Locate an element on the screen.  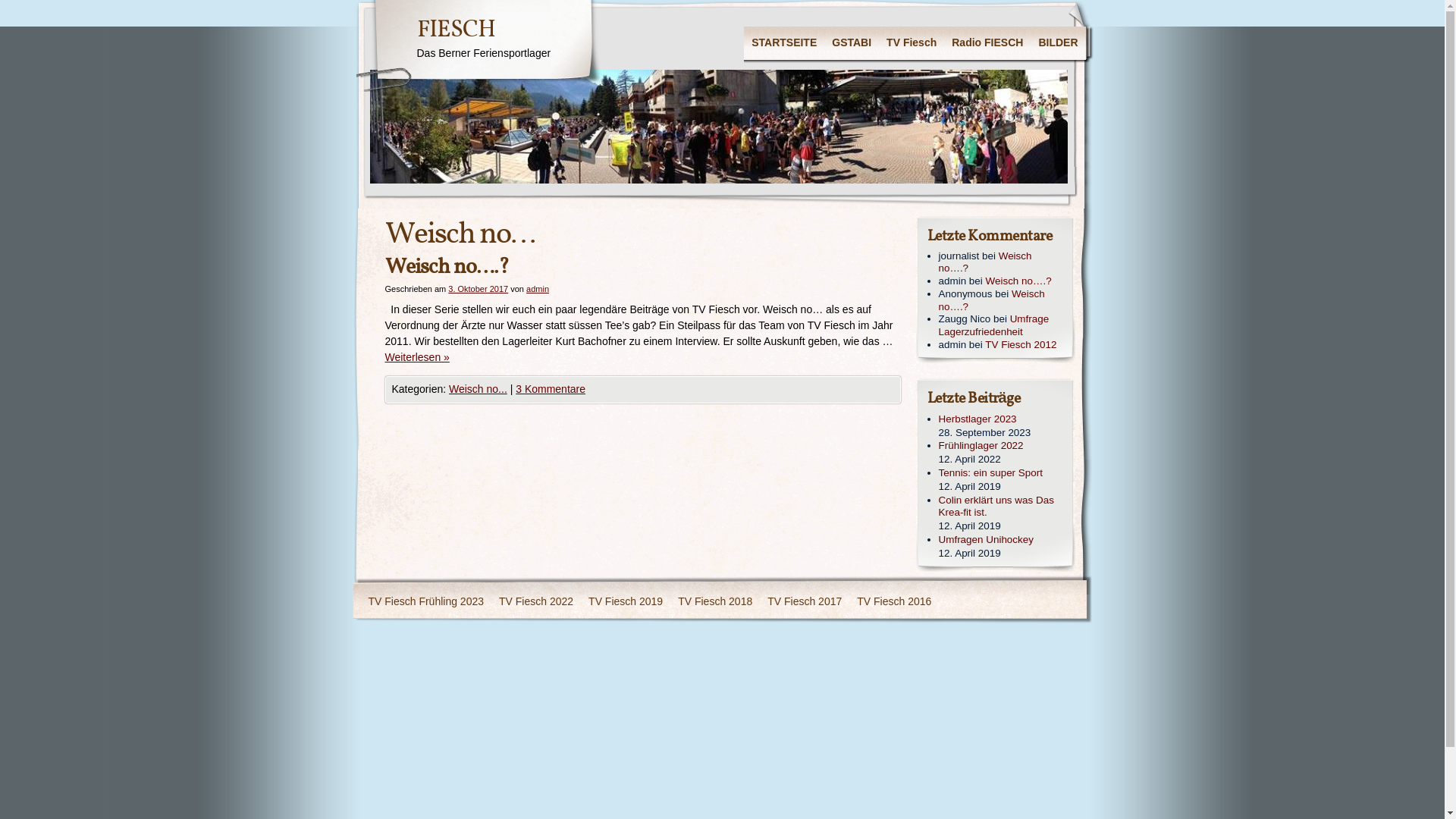
'TV Fiesch 2022' is located at coordinates (535, 601).